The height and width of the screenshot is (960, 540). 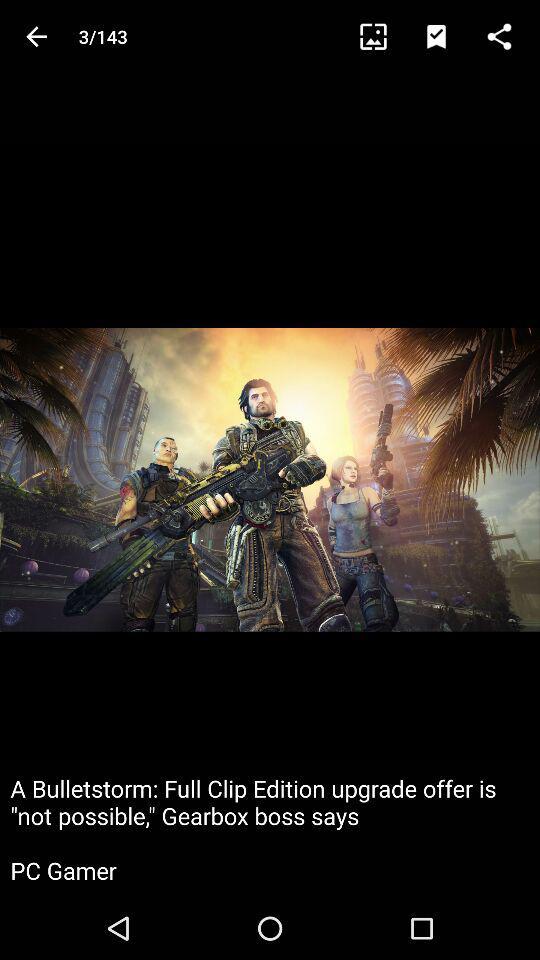 I want to click on the icon above a bulletstorm full icon, so click(x=445, y=35).